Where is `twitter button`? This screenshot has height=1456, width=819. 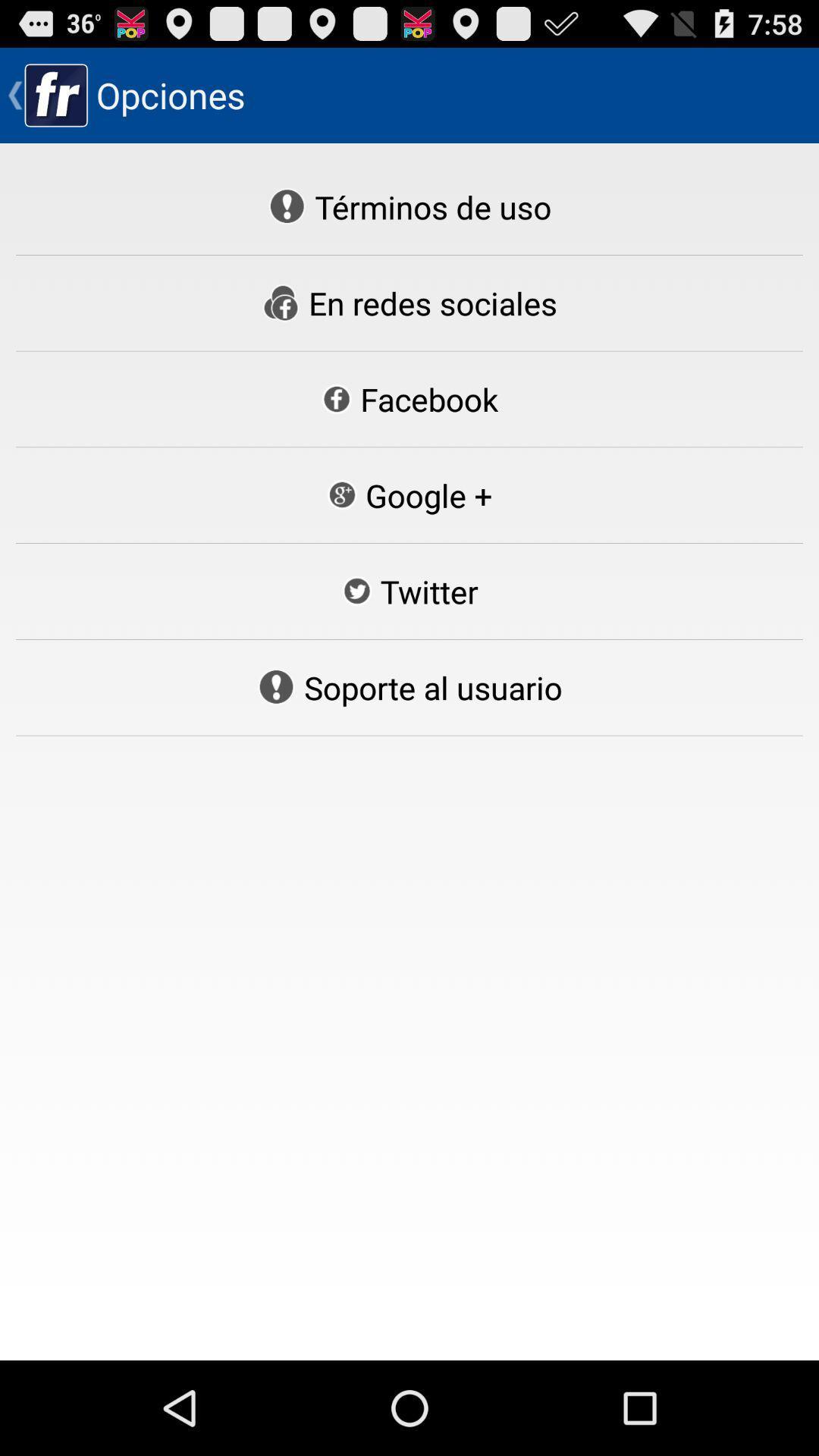 twitter button is located at coordinates (409, 590).